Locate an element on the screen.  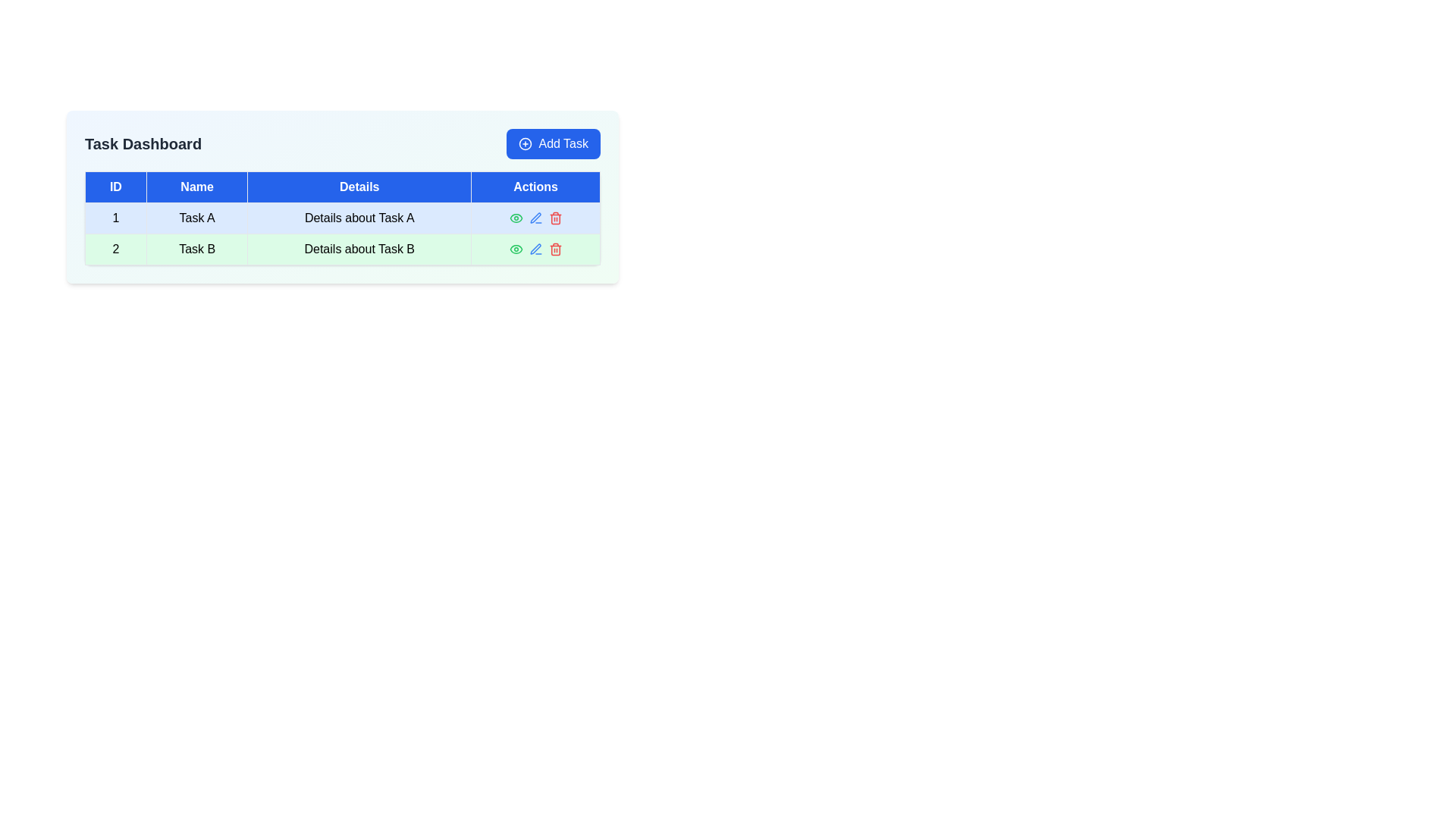
the table cell displaying the ID number of the first task, located in the first column of the first row is located at coordinates (115, 218).